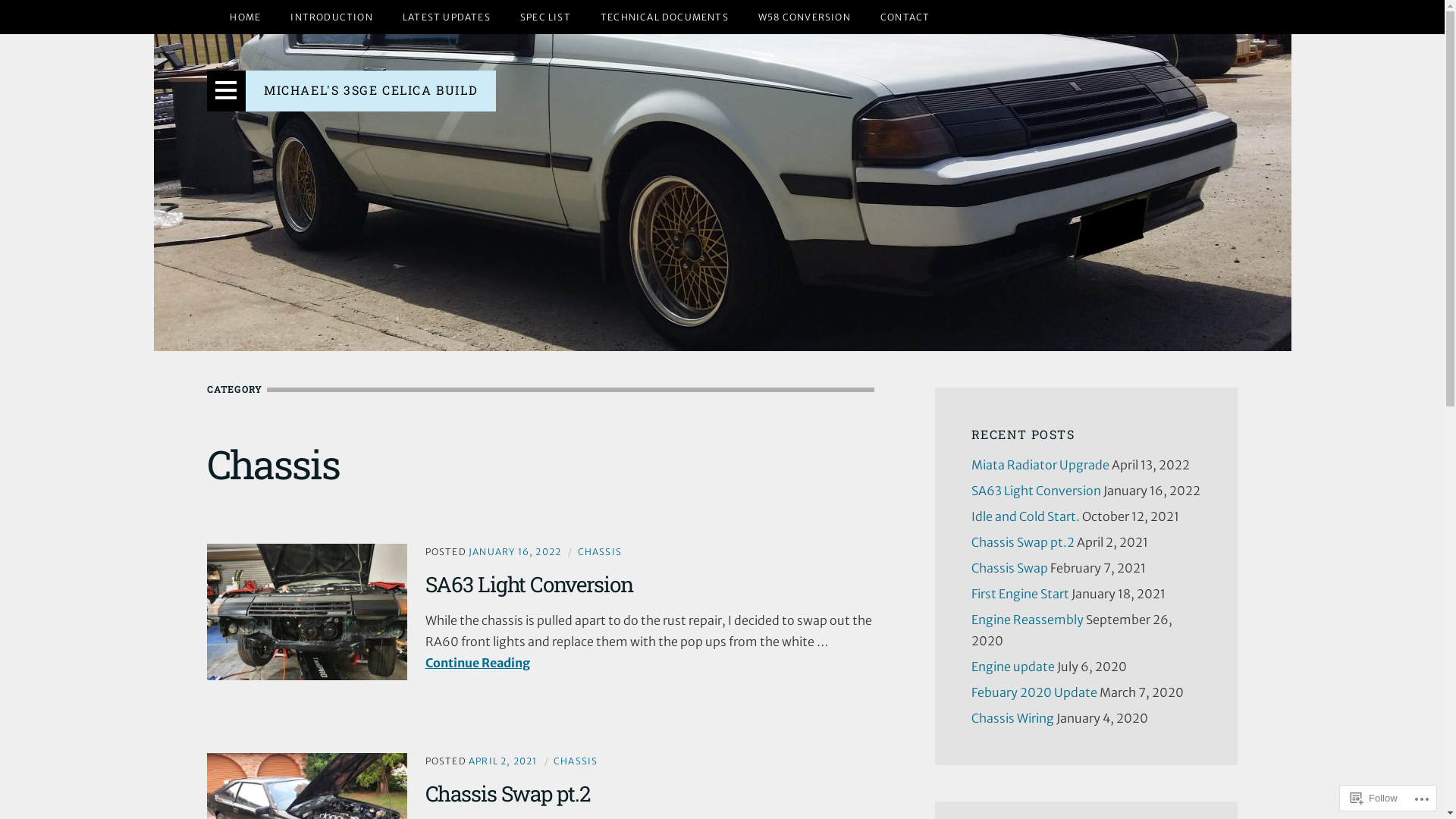 The width and height of the screenshot is (1456, 819). I want to click on 'TECHNICAL DOCUMENTS', so click(664, 17).